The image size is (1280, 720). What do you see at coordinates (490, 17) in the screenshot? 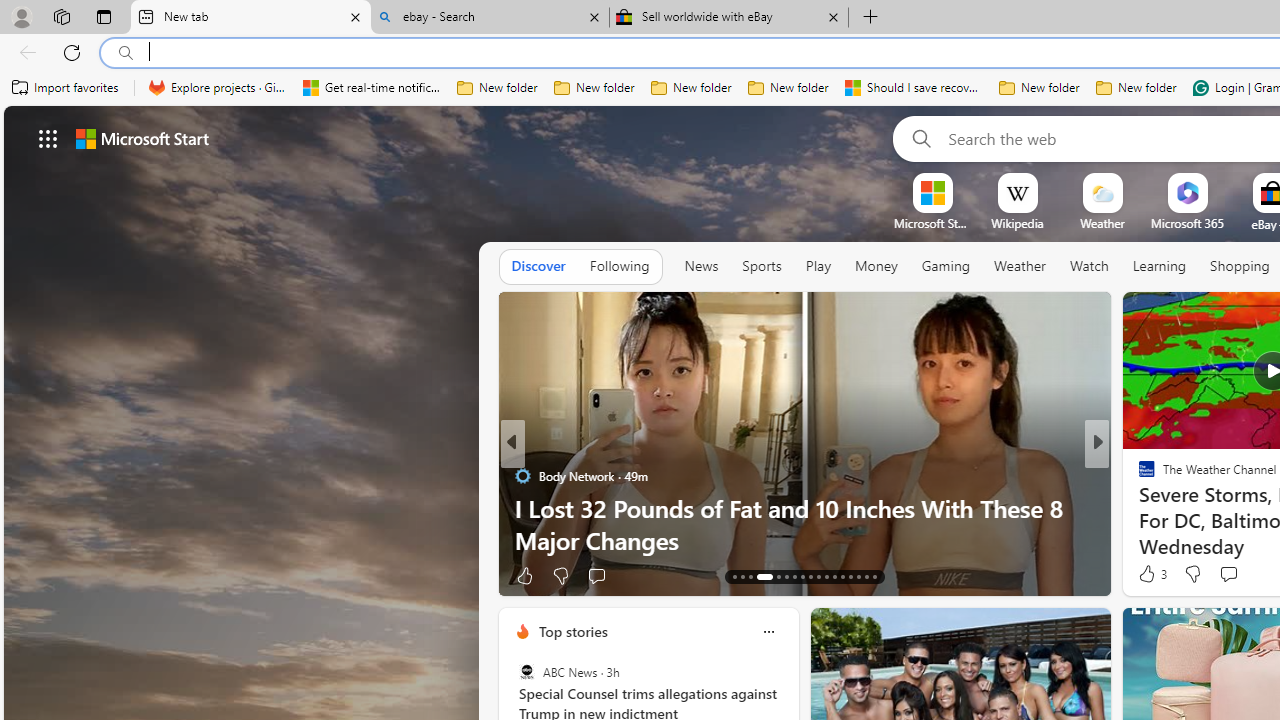
I see `'ebay - Search'` at bounding box center [490, 17].